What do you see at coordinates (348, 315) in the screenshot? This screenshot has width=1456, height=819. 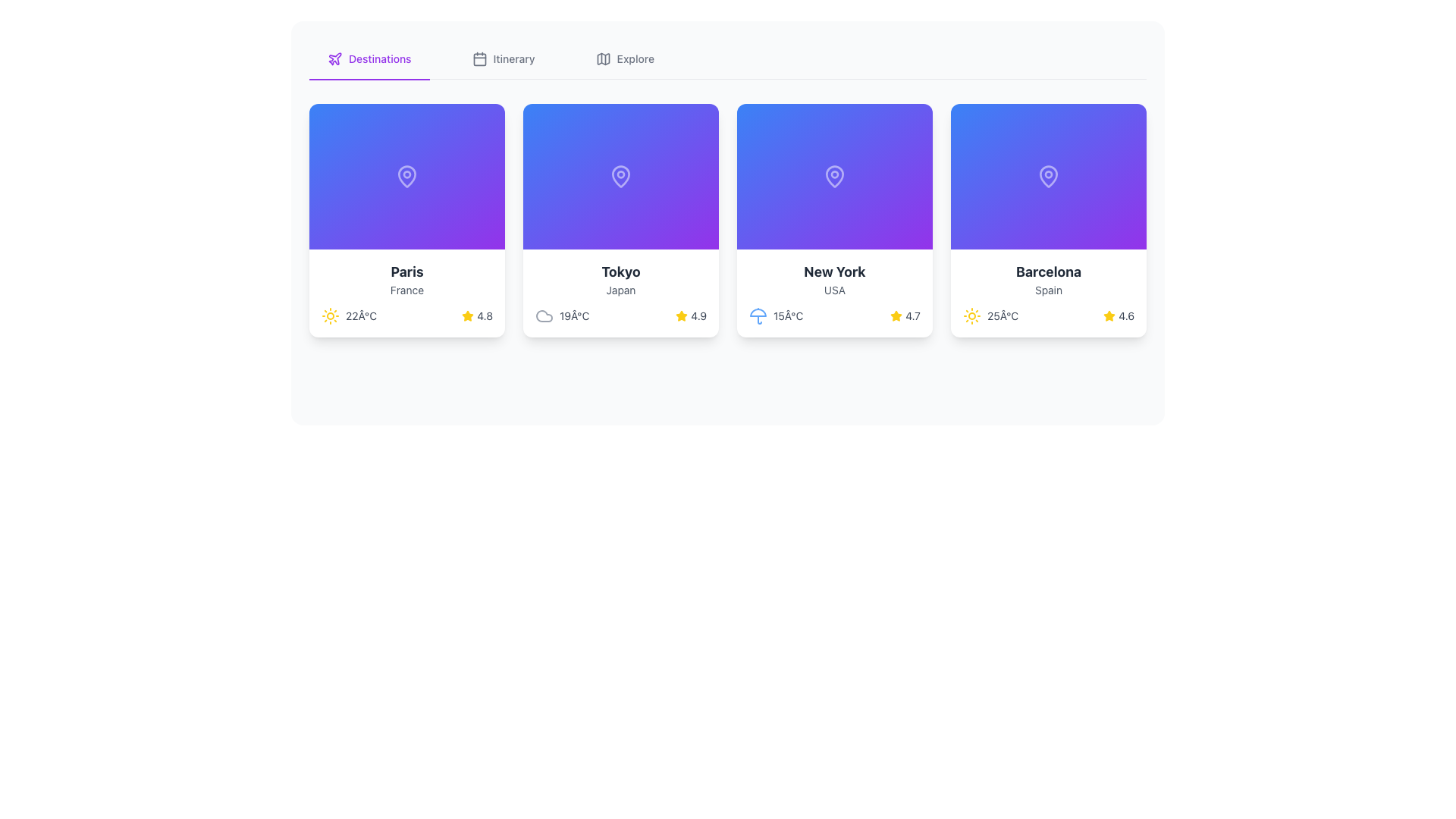 I see `the weather summary component displaying a yellow sun icon and '22°C' text located at the bottom-left corner of the card for 'Paris, France'` at bounding box center [348, 315].